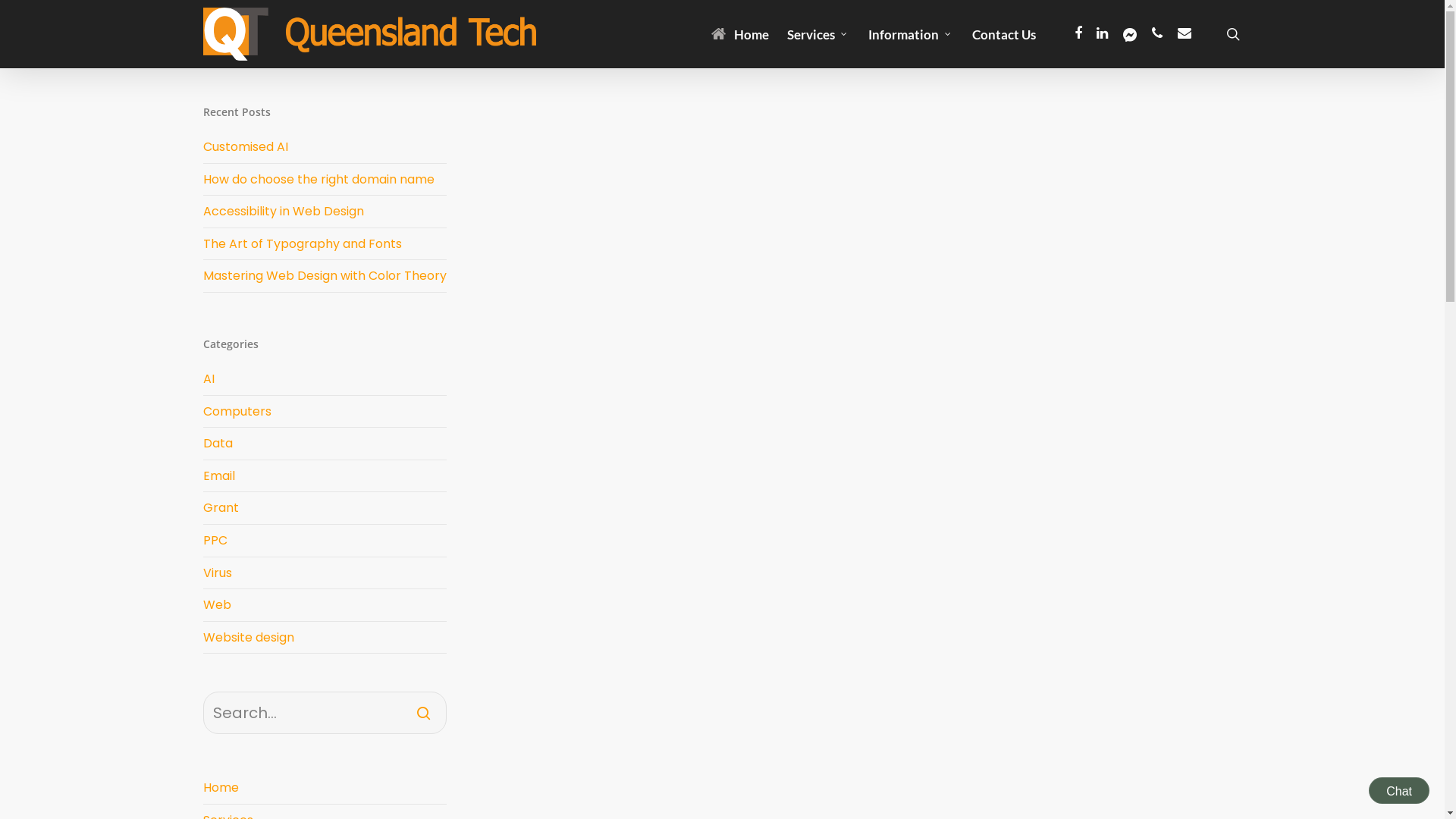 Image resolution: width=1456 pixels, height=819 pixels. Describe the element at coordinates (1233, 34) in the screenshot. I see `'search'` at that location.